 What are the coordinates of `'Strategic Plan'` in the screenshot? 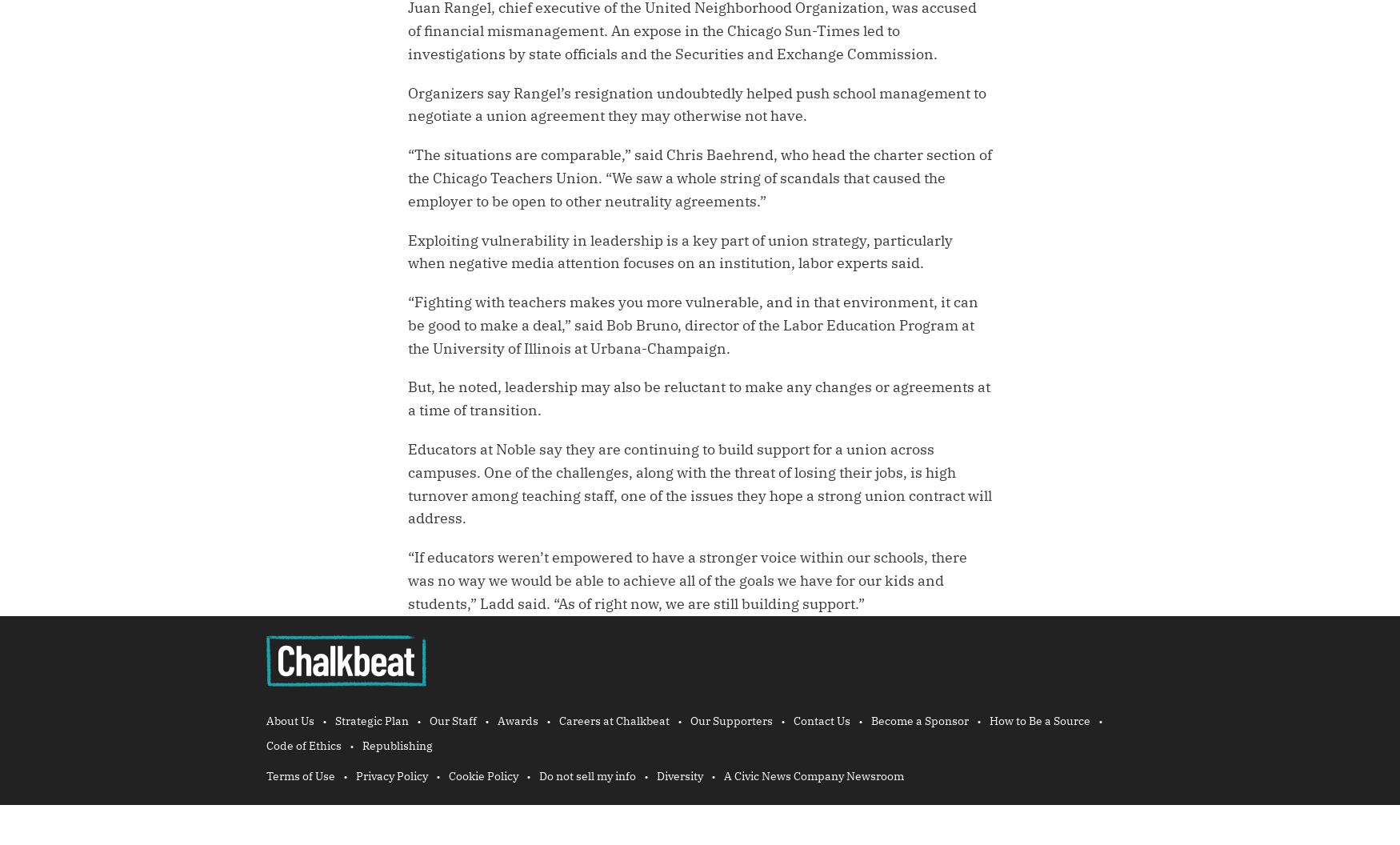 It's located at (371, 719).